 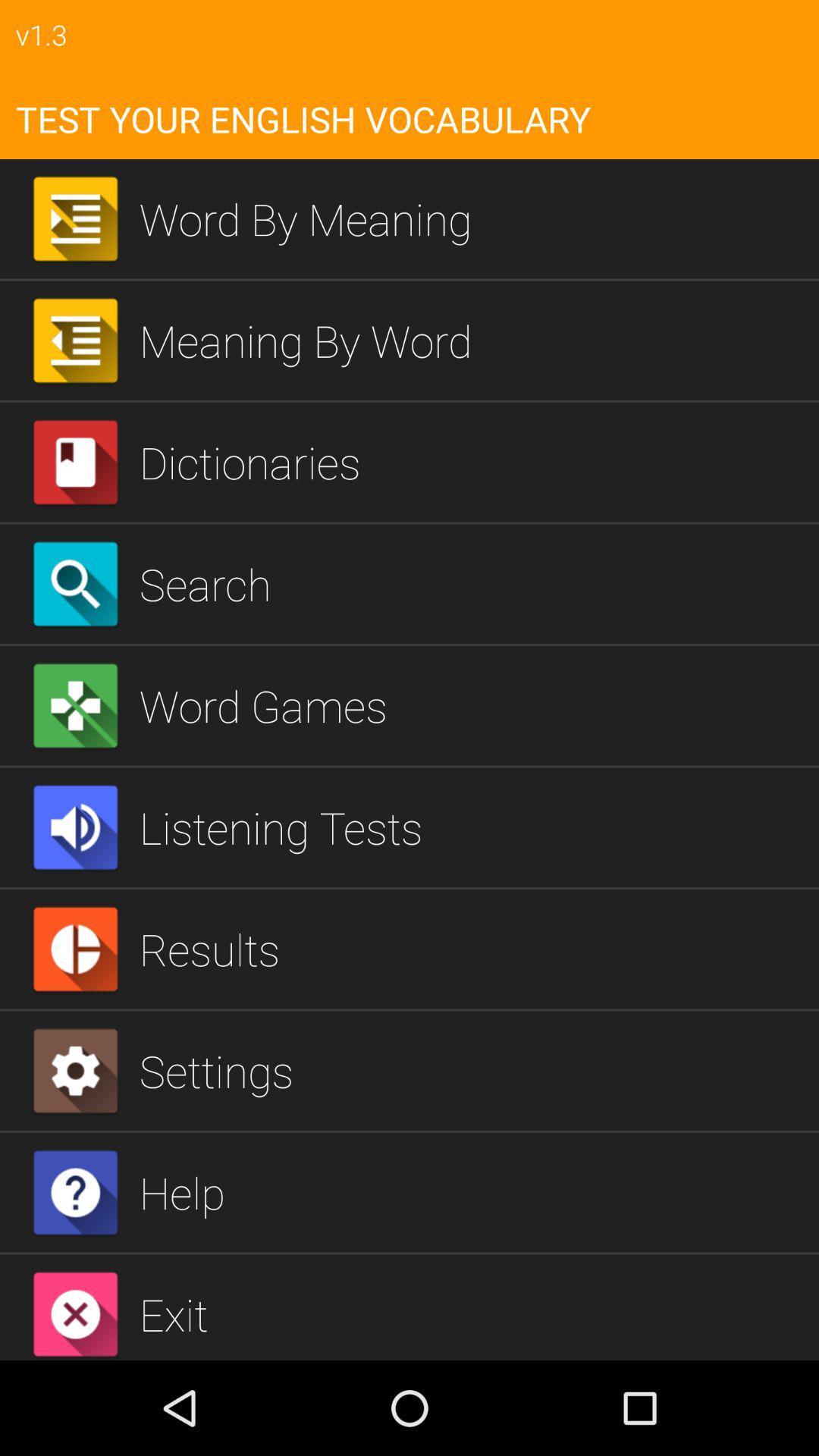 What do you see at coordinates (472, 1070) in the screenshot?
I see `the item above help item` at bounding box center [472, 1070].